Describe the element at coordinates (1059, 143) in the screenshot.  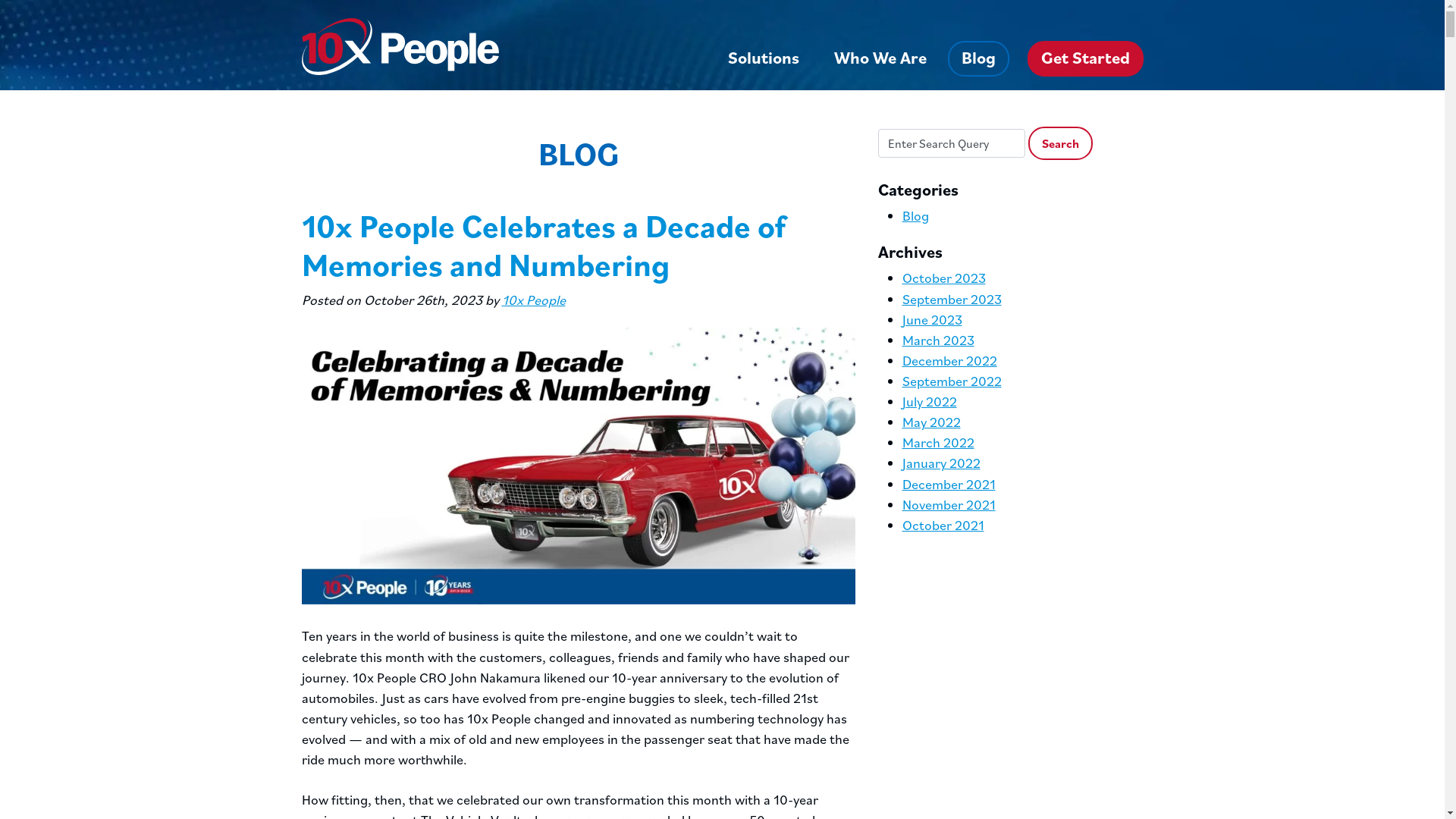
I see `'Search'` at that location.